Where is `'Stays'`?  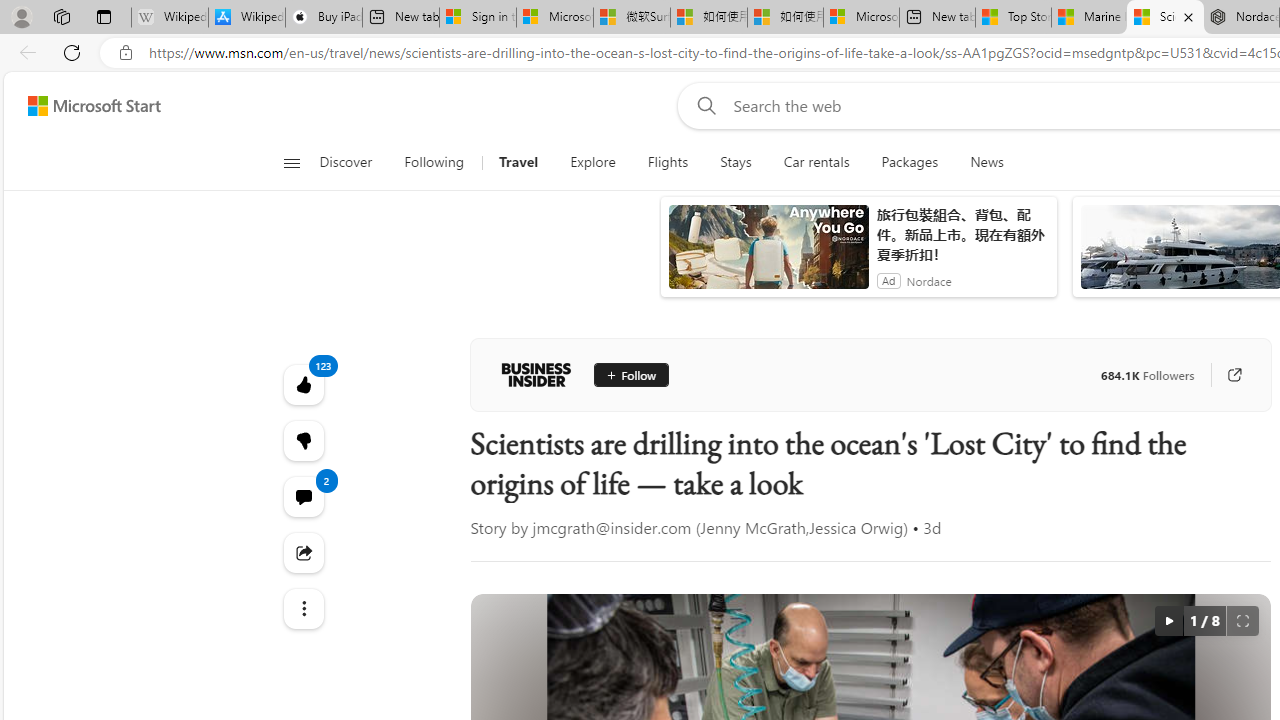 'Stays' is located at coordinates (735, 162).